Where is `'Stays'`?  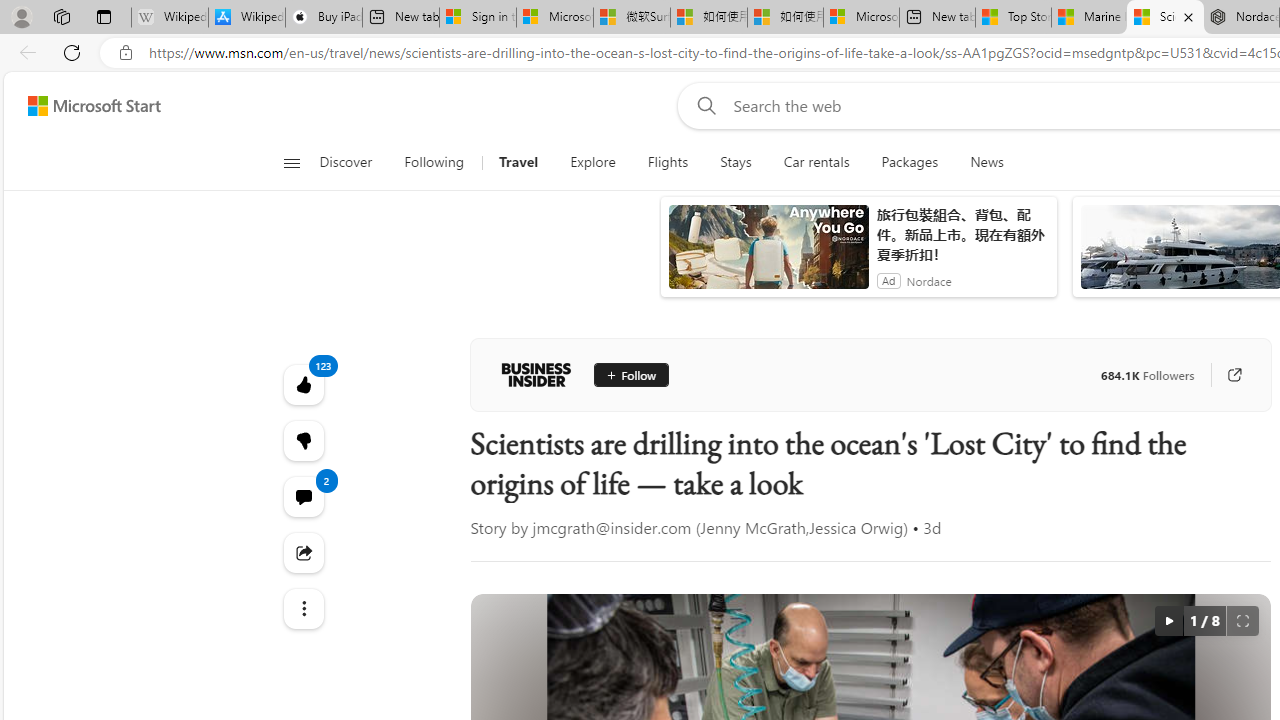 'Stays' is located at coordinates (735, 162).